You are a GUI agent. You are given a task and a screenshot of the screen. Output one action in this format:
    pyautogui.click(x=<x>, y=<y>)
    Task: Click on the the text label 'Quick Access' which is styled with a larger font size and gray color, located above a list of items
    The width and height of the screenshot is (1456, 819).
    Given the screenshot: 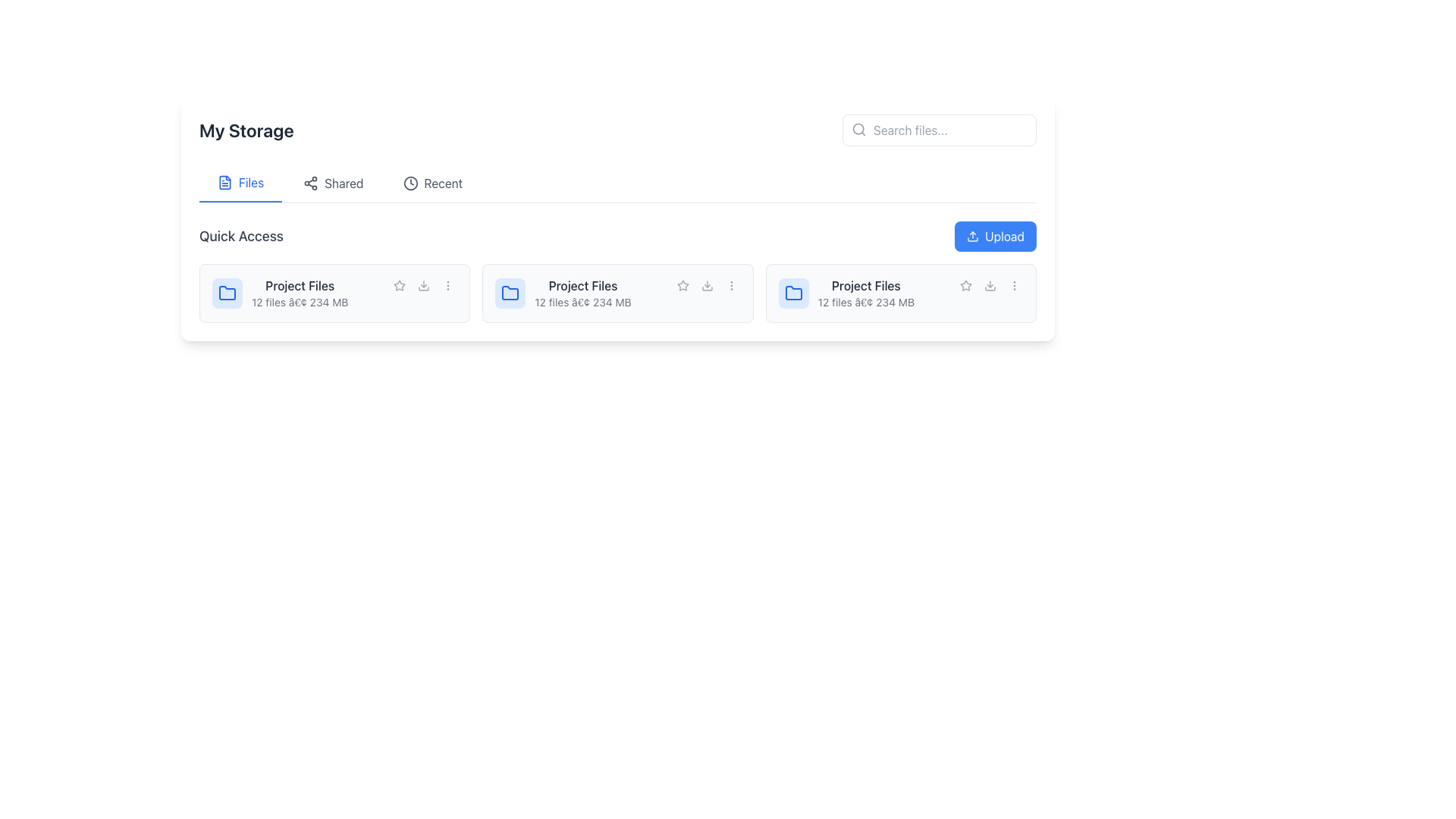 What is the action you would take?
    pyautogui.click(x=240, y=237)
    